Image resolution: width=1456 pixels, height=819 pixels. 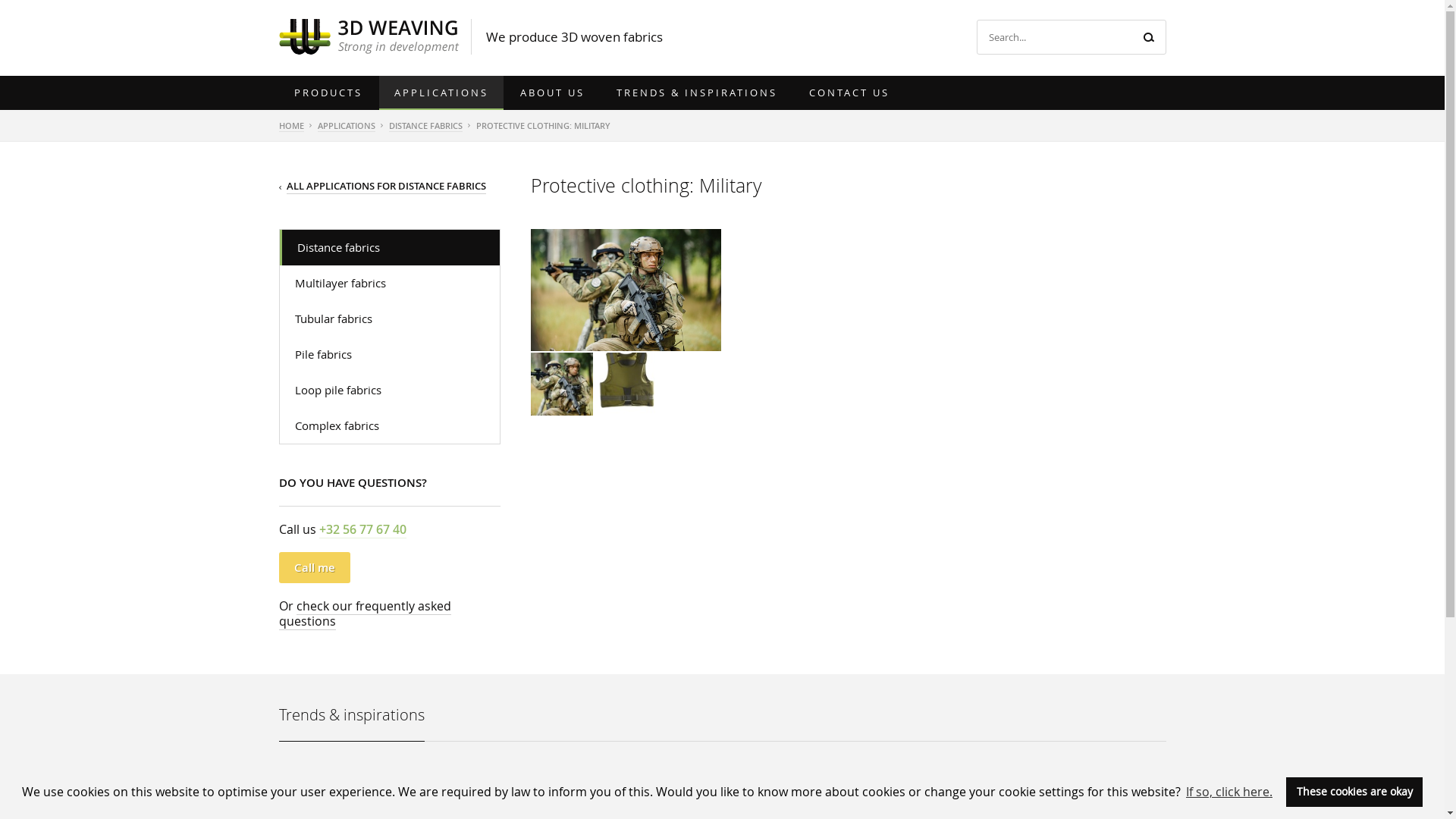 I want to click on 'CONTACT US', so click(x=847, y=93).